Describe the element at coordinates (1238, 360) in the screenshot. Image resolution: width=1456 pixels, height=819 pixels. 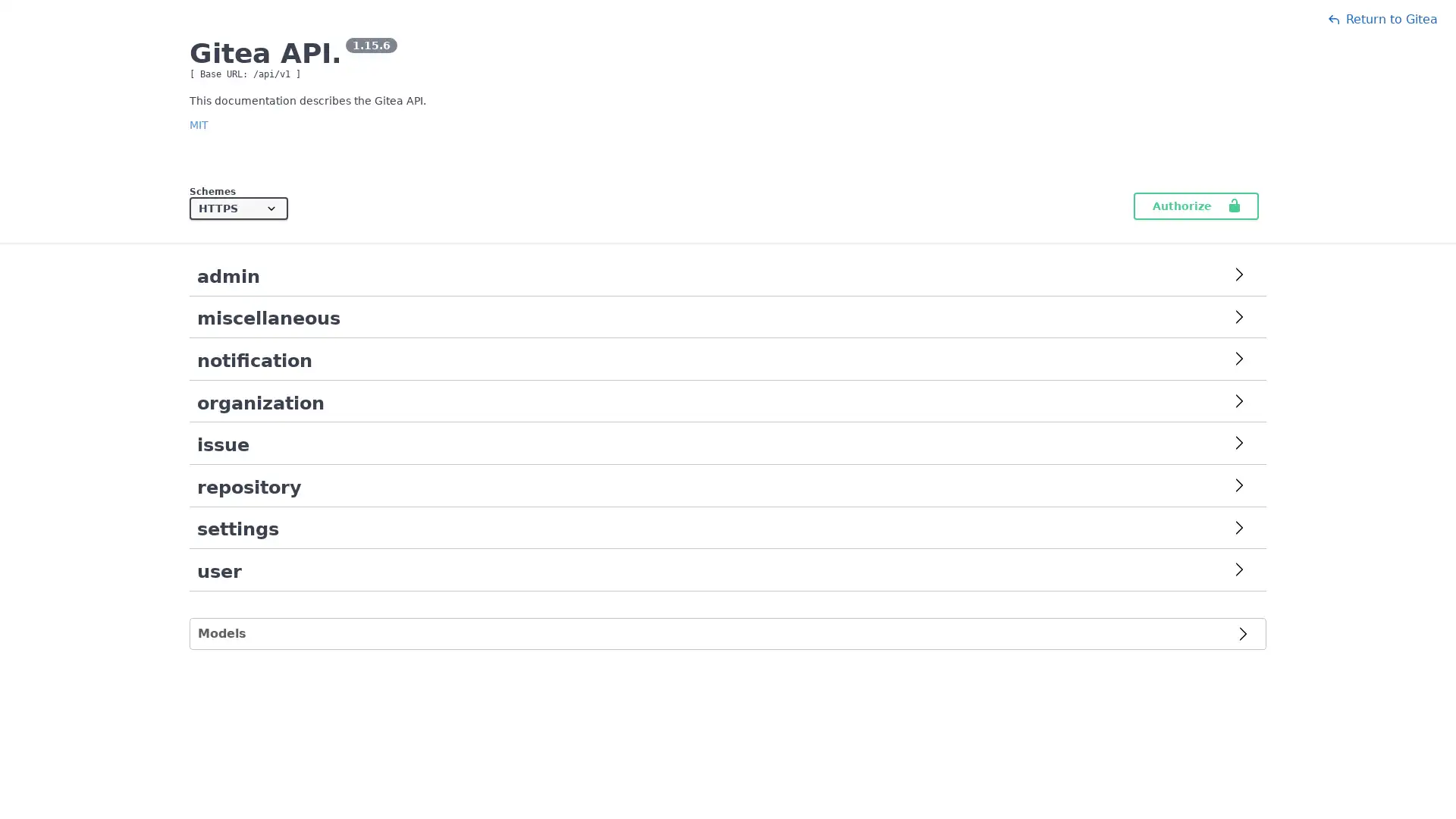
I see `Expand operation` at that location.